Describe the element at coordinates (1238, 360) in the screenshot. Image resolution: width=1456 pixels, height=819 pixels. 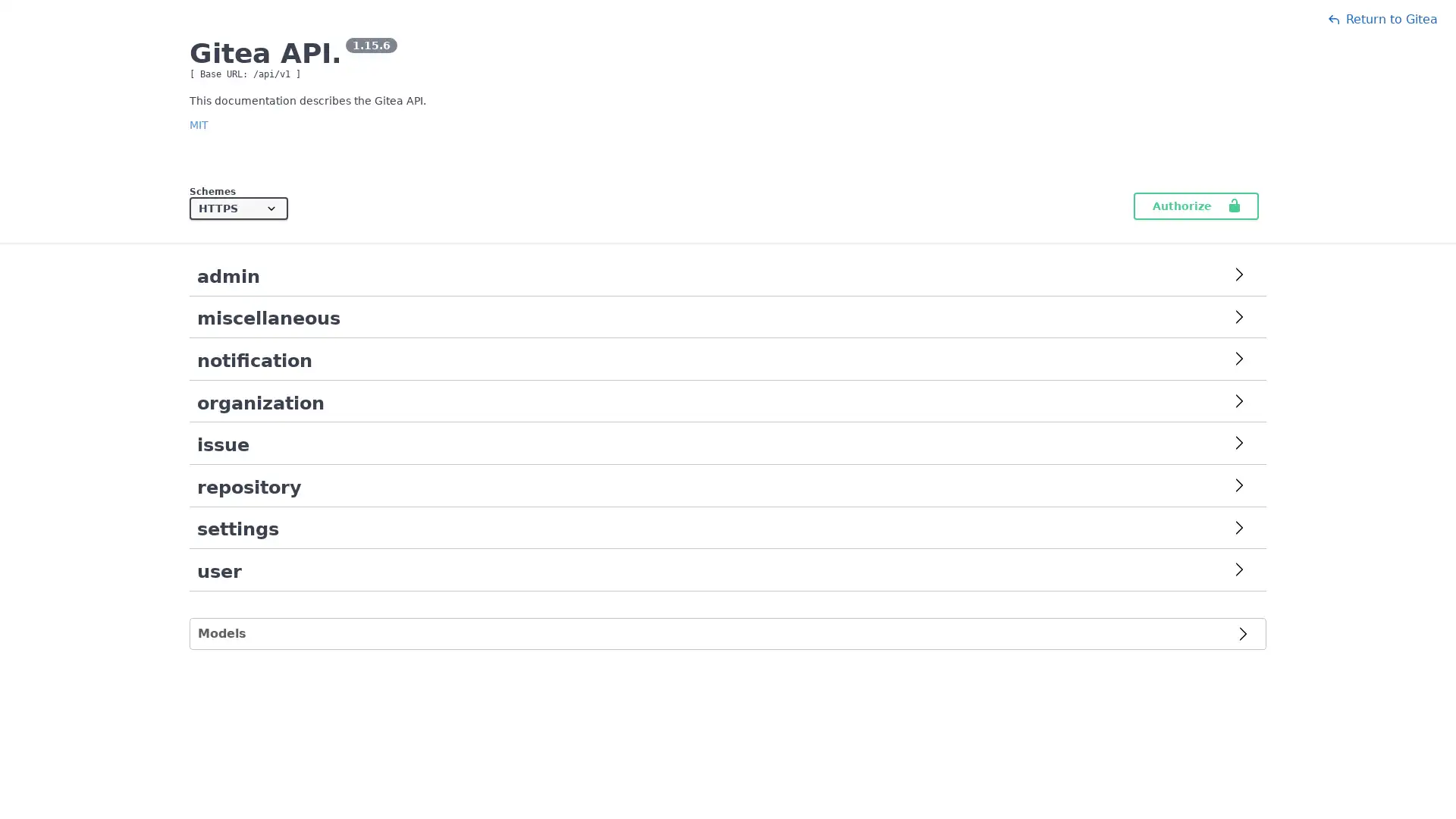
I see `Expand operation` at that location.